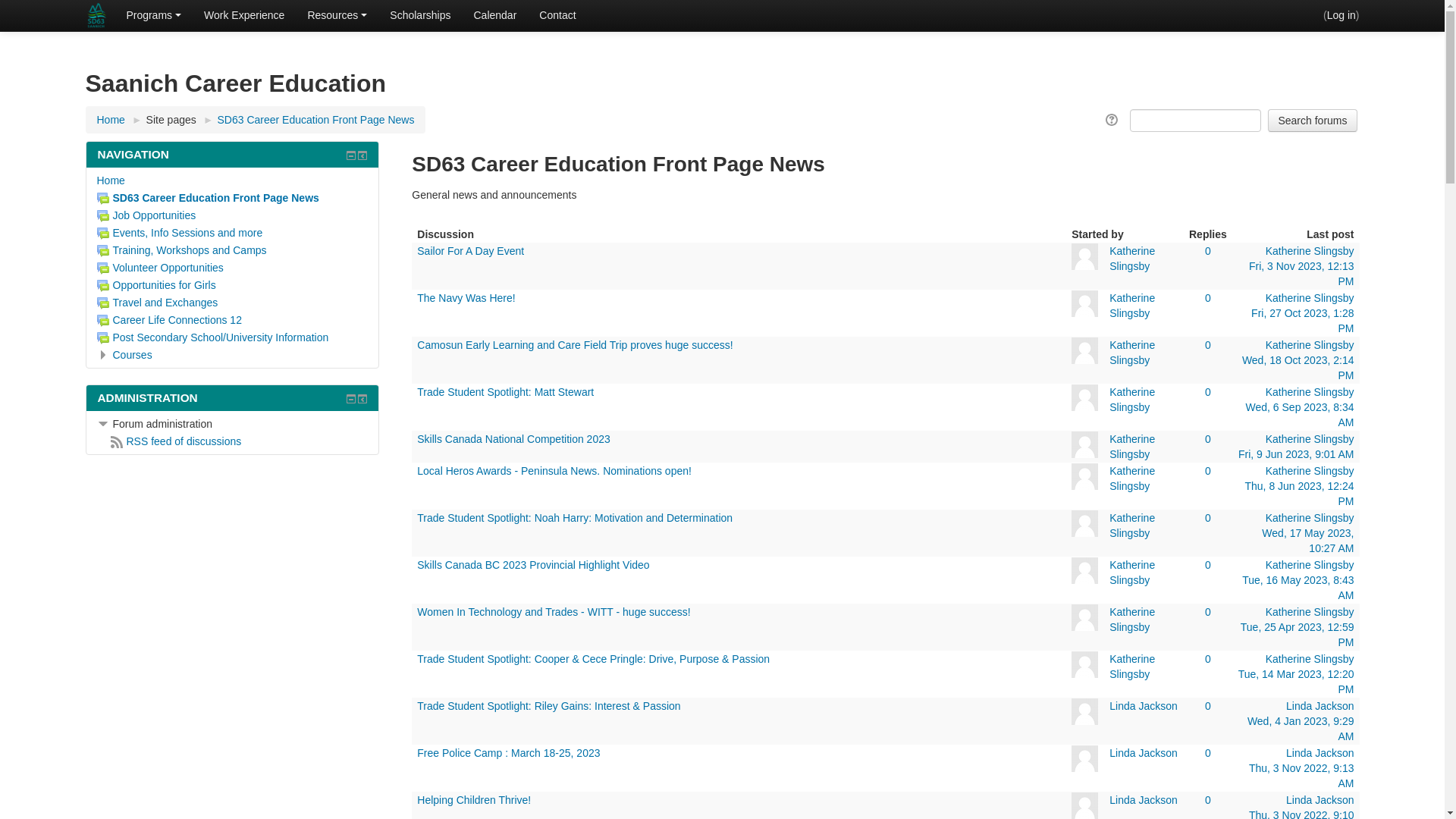 This screenshot has width=1456, height=819. What do you see at coordinates (532, 564) in the screenshot?
I see `'Skills Canada BC 2023 Provincial Highlight Video'` at bounding box center [532, 564].